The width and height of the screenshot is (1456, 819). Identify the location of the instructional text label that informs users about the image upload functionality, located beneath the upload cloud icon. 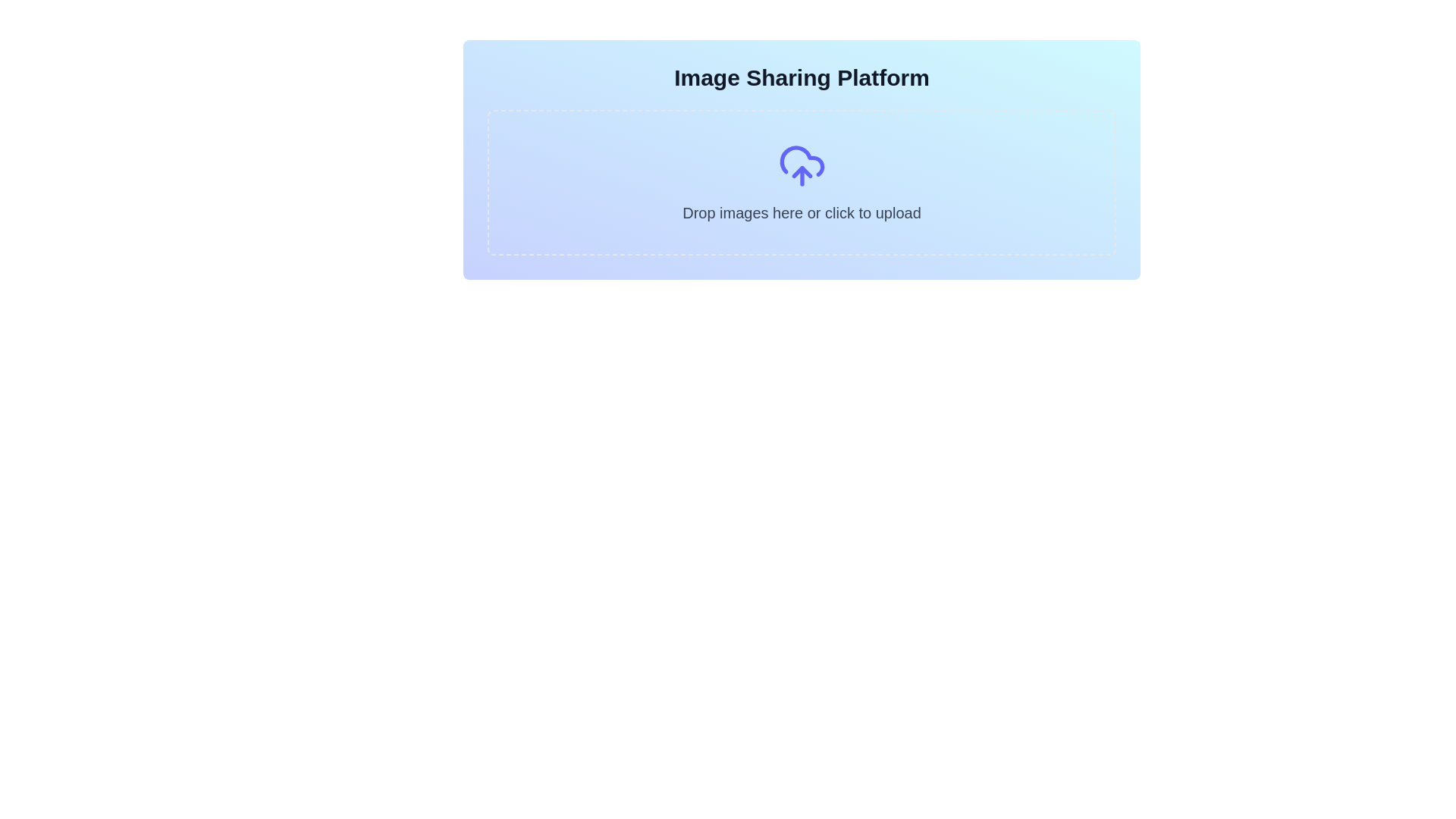
(801, 213).